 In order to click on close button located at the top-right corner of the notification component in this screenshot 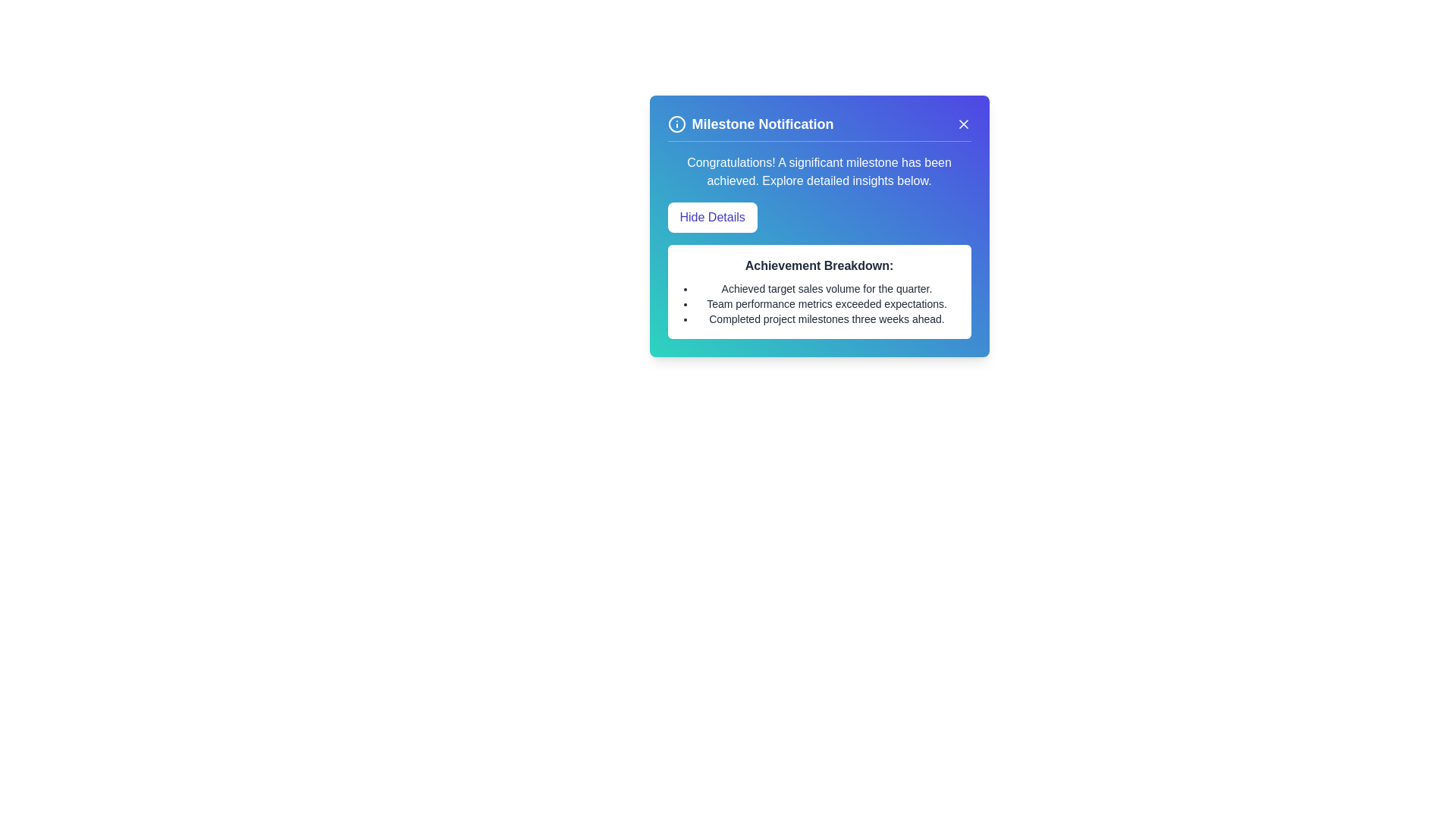, I will do `click(962, 124)`.